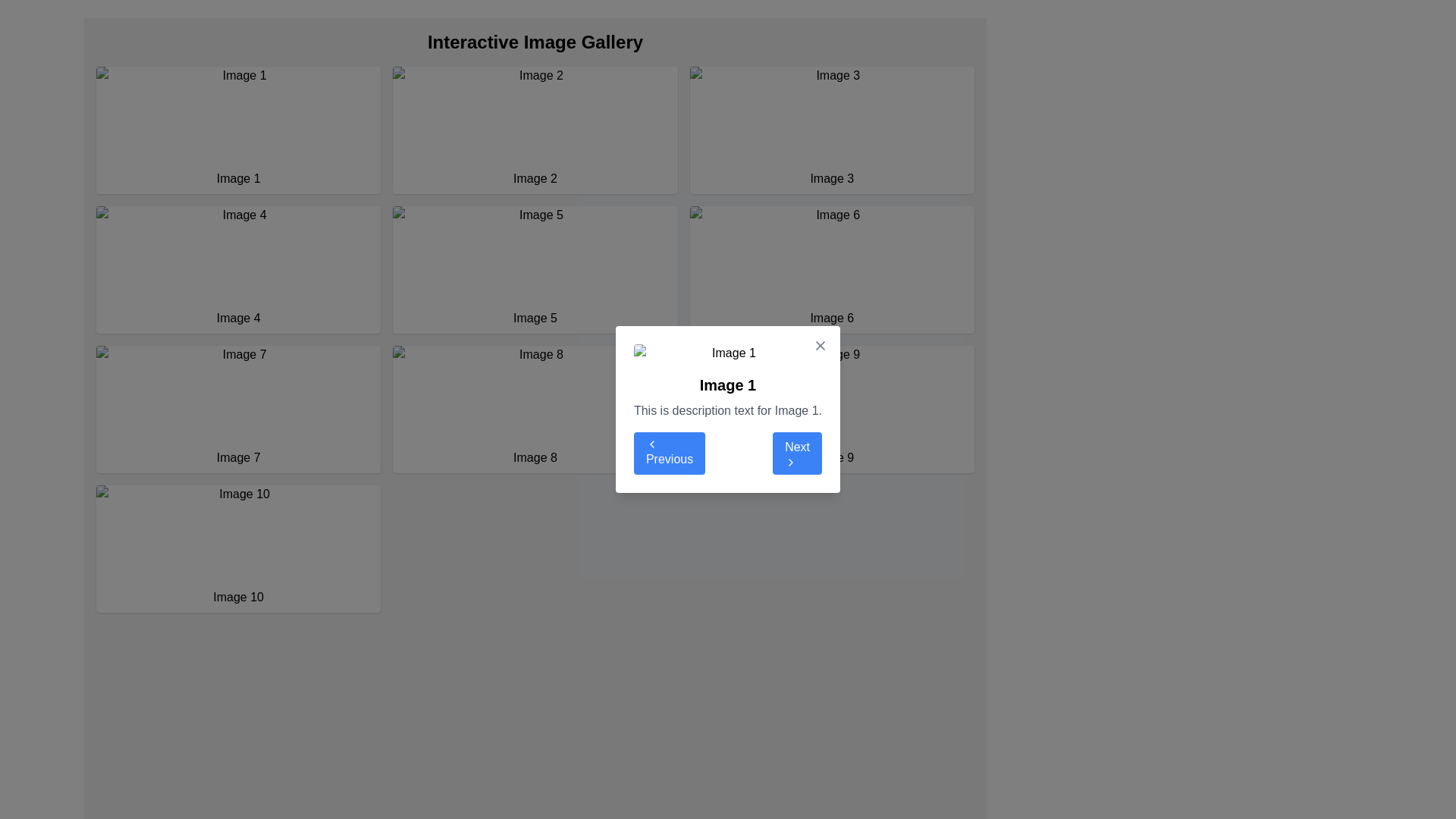 The width and height of the screenshot is (1456, 819). I want to click on the 'Previous' button located at the bottom center of the dialog box, so click(669, 452).